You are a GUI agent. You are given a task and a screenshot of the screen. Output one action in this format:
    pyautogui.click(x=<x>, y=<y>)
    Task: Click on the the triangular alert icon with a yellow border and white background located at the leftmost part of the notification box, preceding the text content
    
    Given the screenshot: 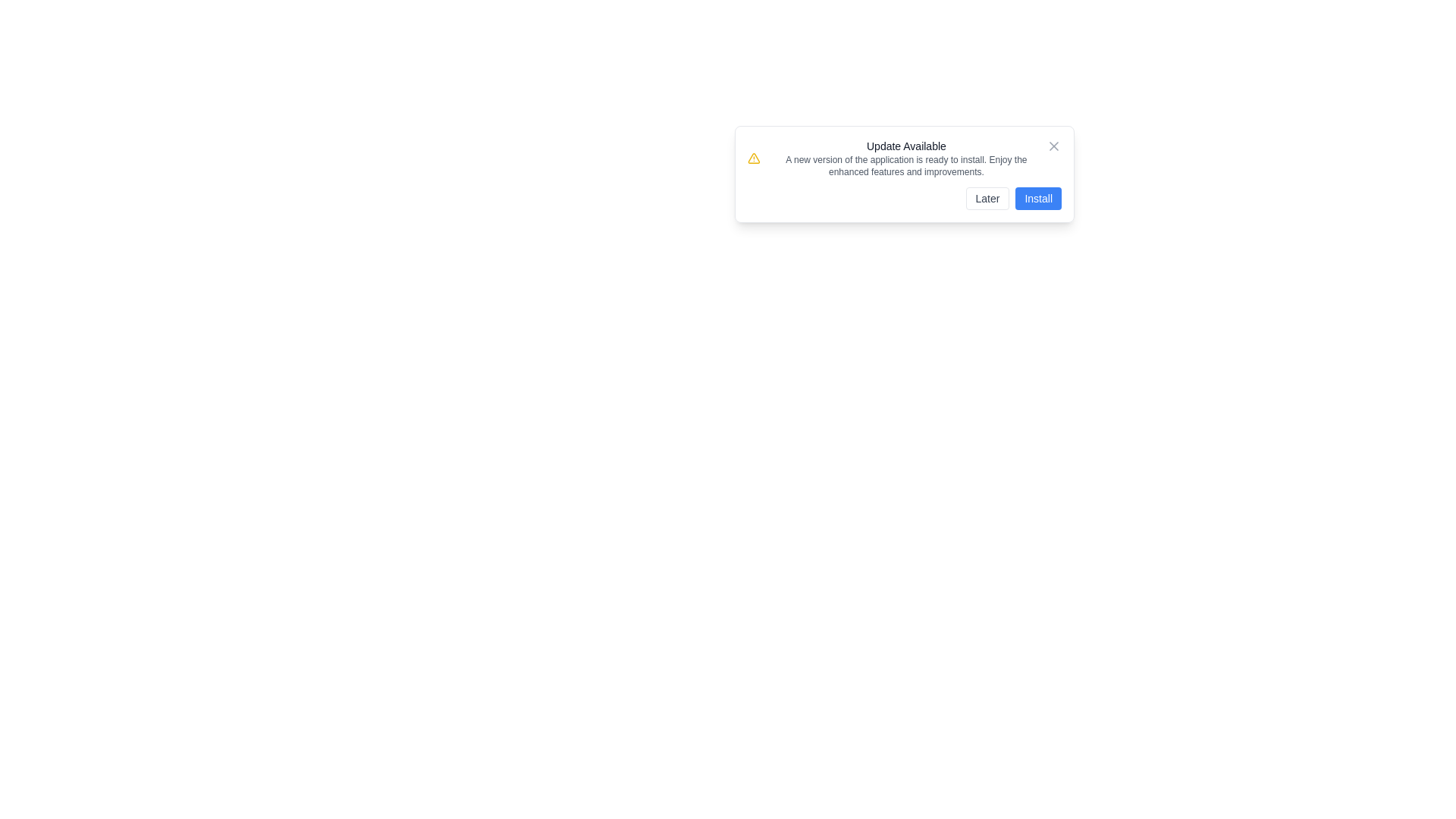 What is the action you would take?
    pyautogui.click(x=754, y=158)
    